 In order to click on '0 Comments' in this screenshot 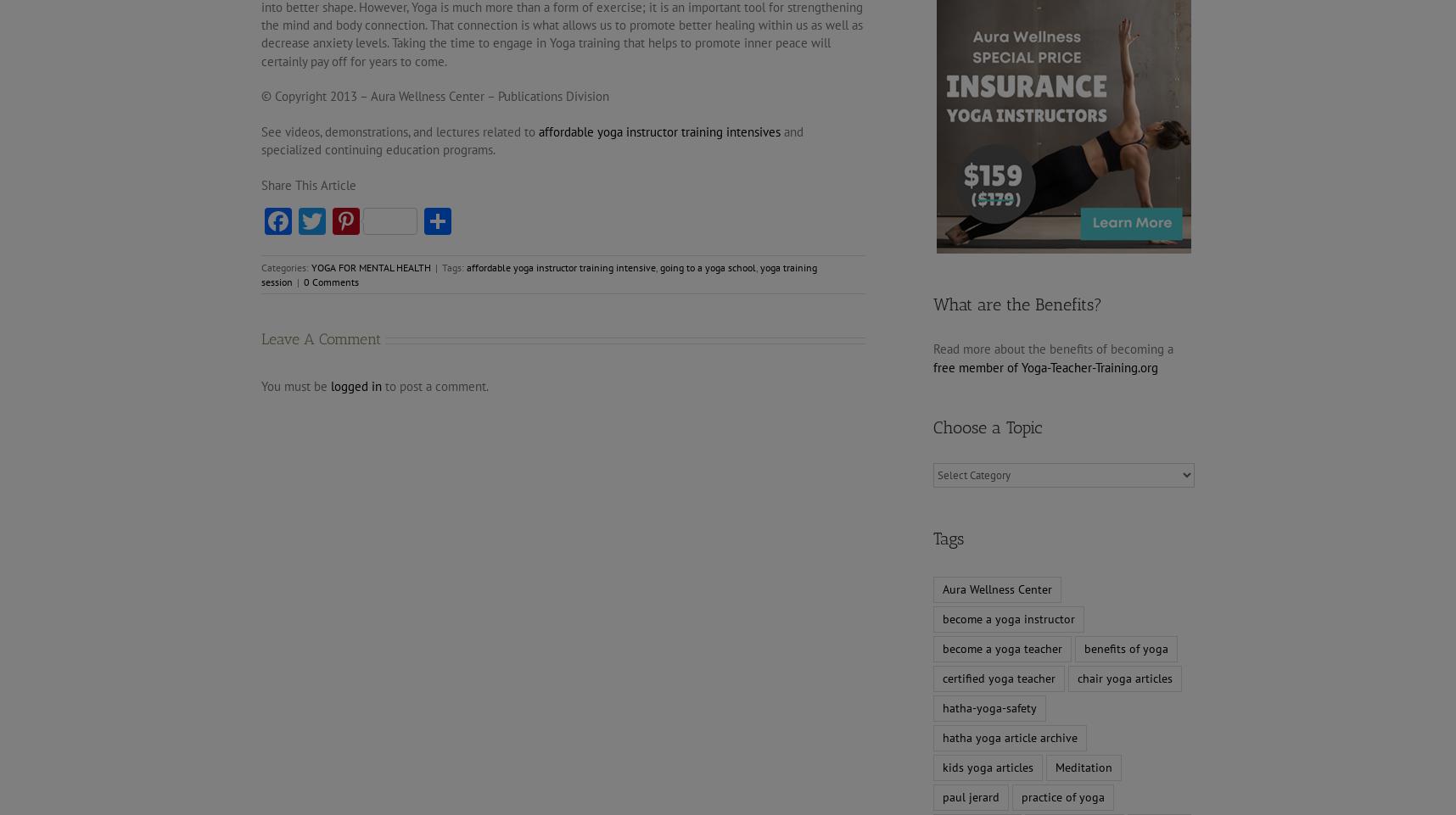, I will do `click(331, 281)`.